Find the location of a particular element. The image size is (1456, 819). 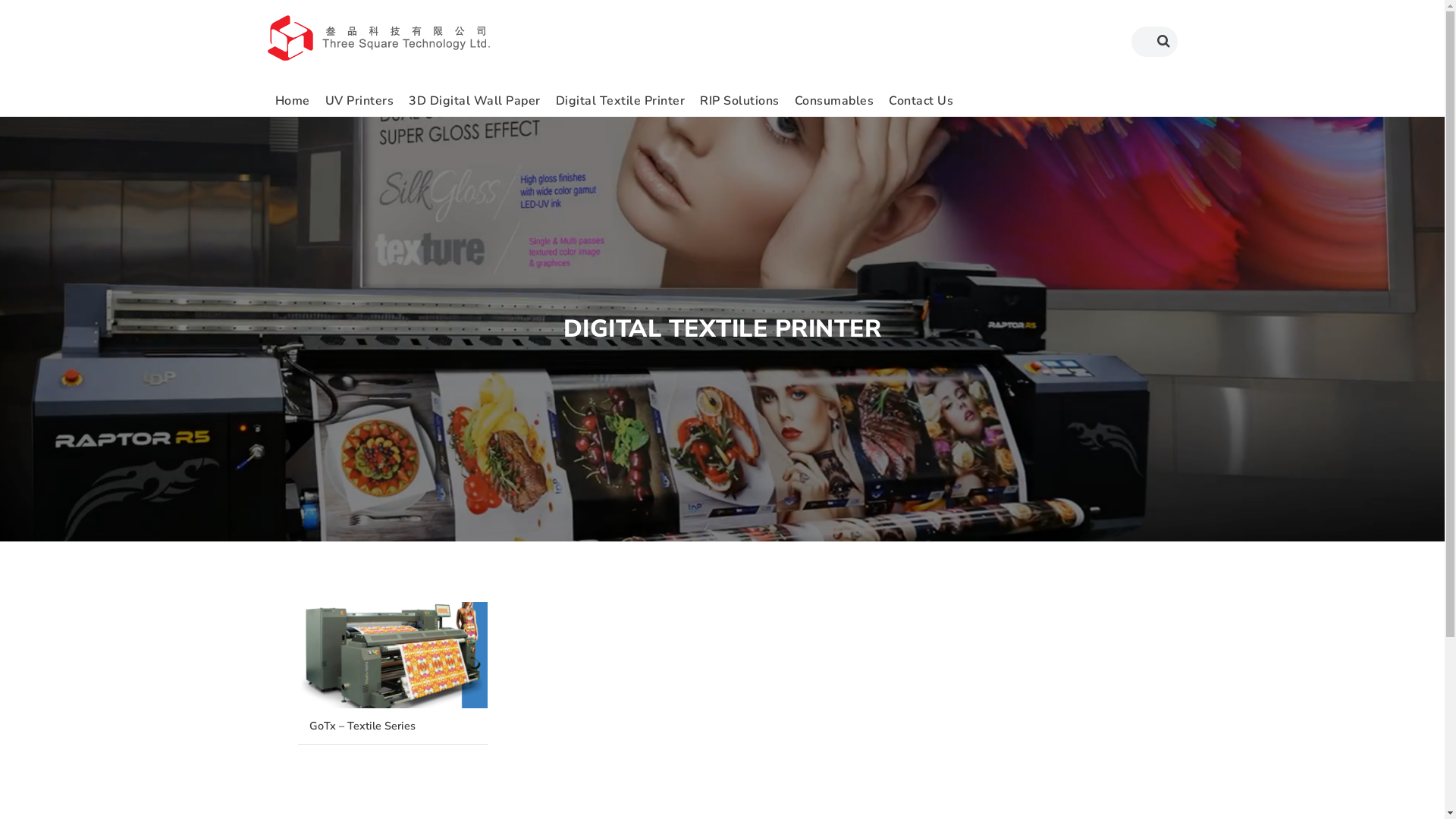

'Contact Us' is located at coordinates (920, 100).